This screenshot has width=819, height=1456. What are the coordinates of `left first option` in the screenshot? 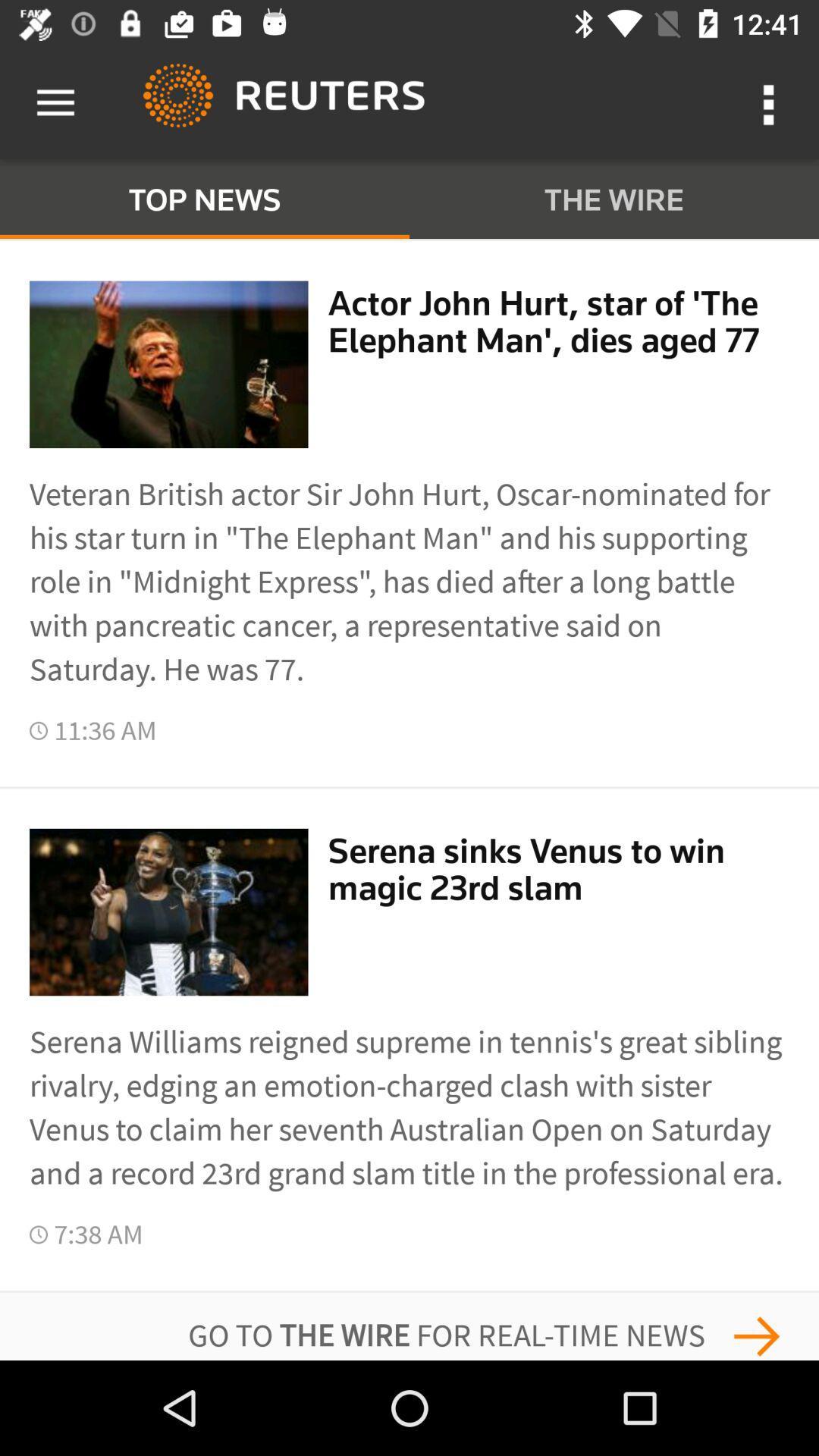 It's located at (169, 364).